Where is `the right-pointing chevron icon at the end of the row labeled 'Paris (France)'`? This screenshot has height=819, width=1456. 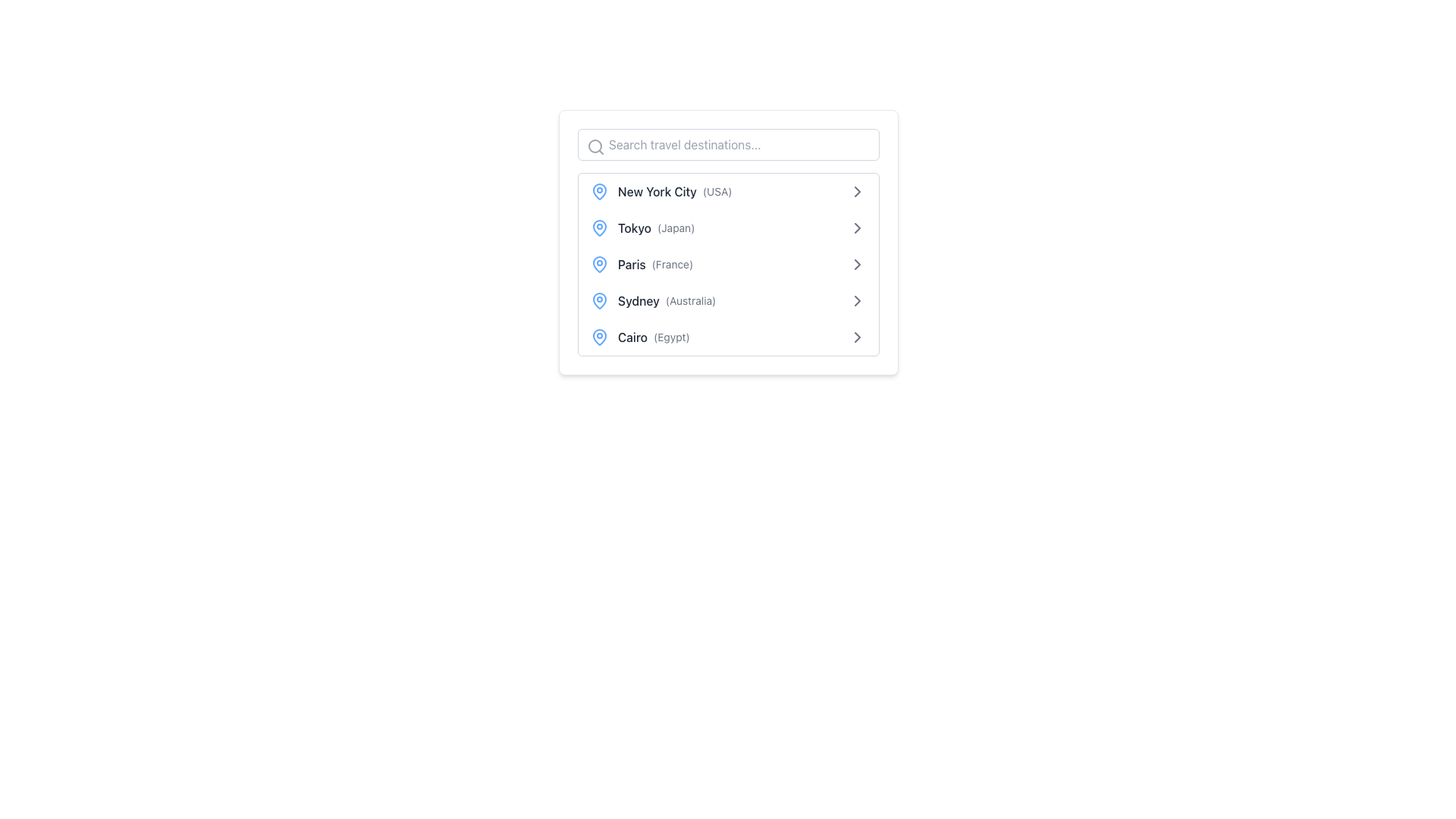
the right-pointing chevron icon at the end of the row labeled 'Paris (France)' is located at coordinates (858, 263).